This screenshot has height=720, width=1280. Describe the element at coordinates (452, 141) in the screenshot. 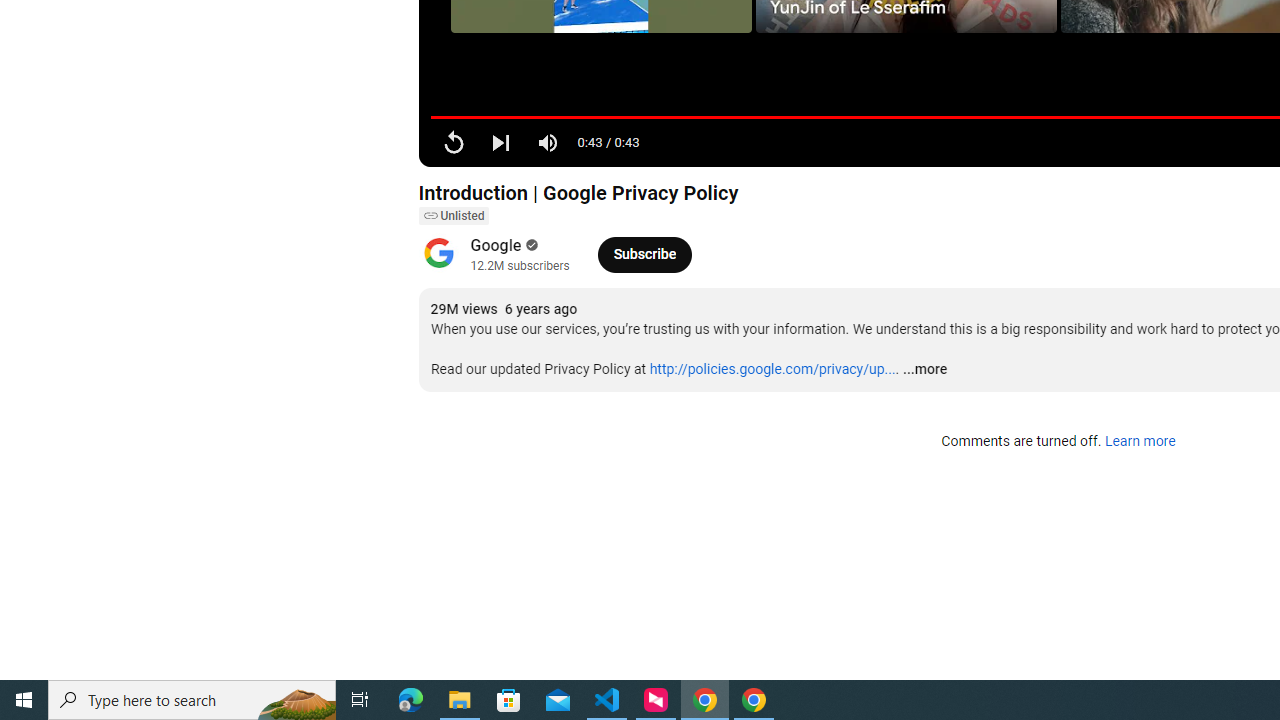

I see `'Pause (k)'` at that location.